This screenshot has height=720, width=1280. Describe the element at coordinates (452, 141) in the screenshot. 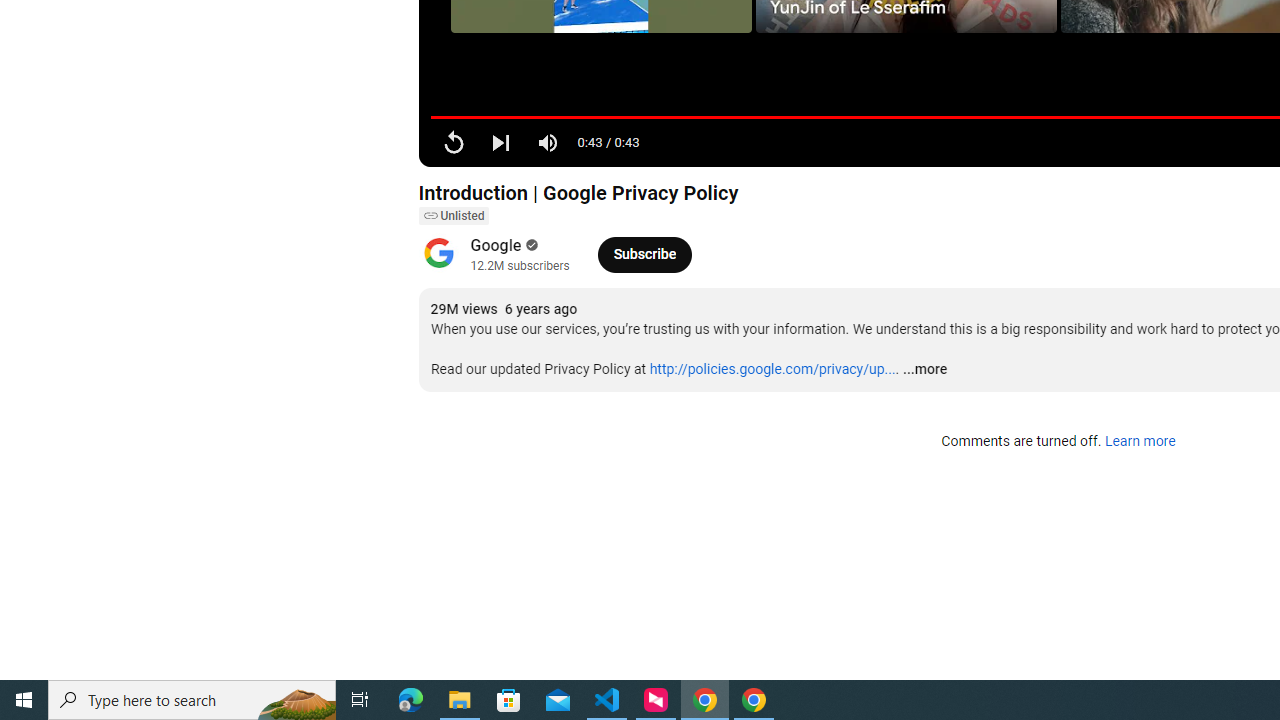

I see `'Pause (k)'` at that location.